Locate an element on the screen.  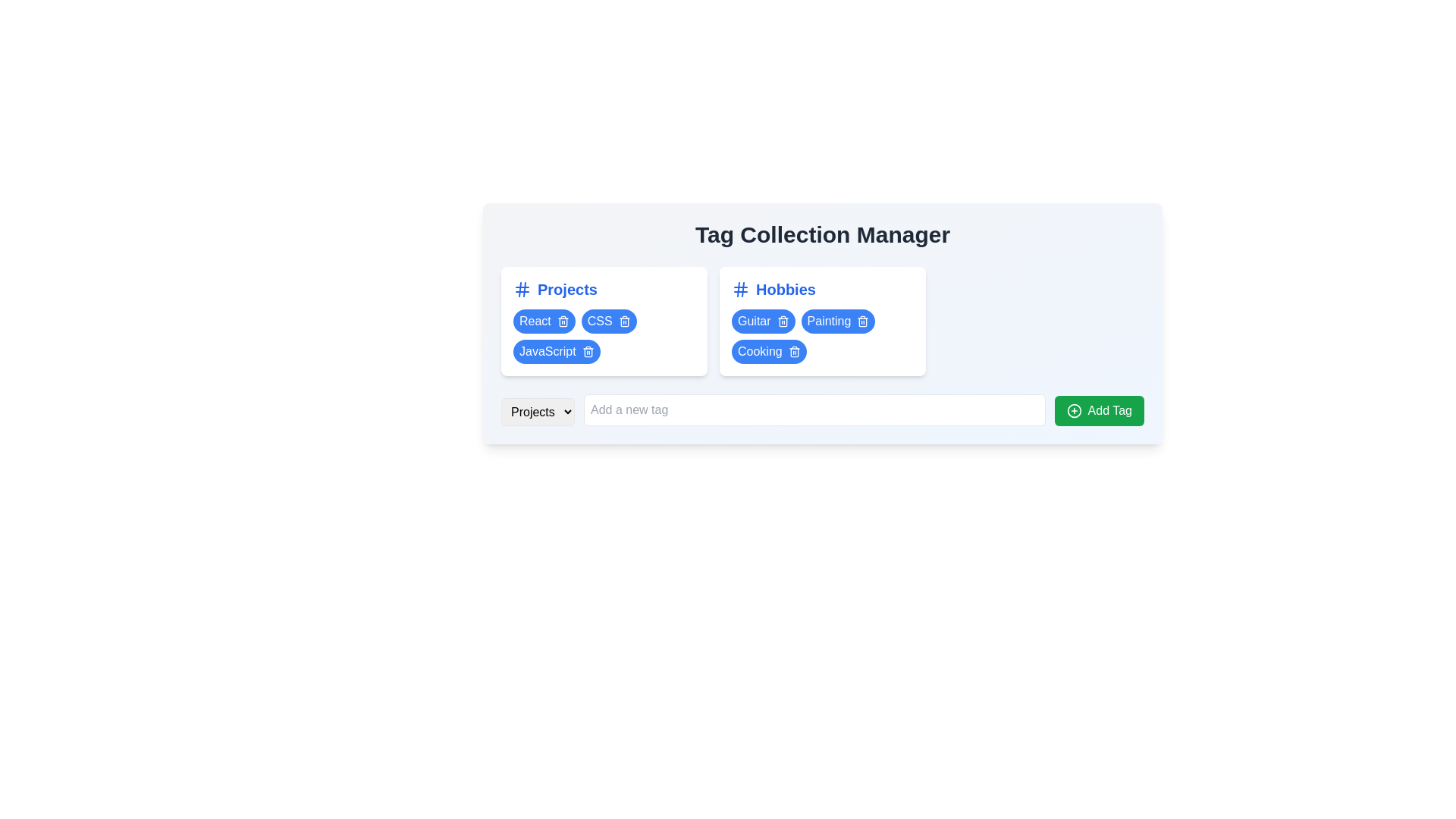
the 'Add Tag' button with a green background and white text is located at coordinates (1099, 411).